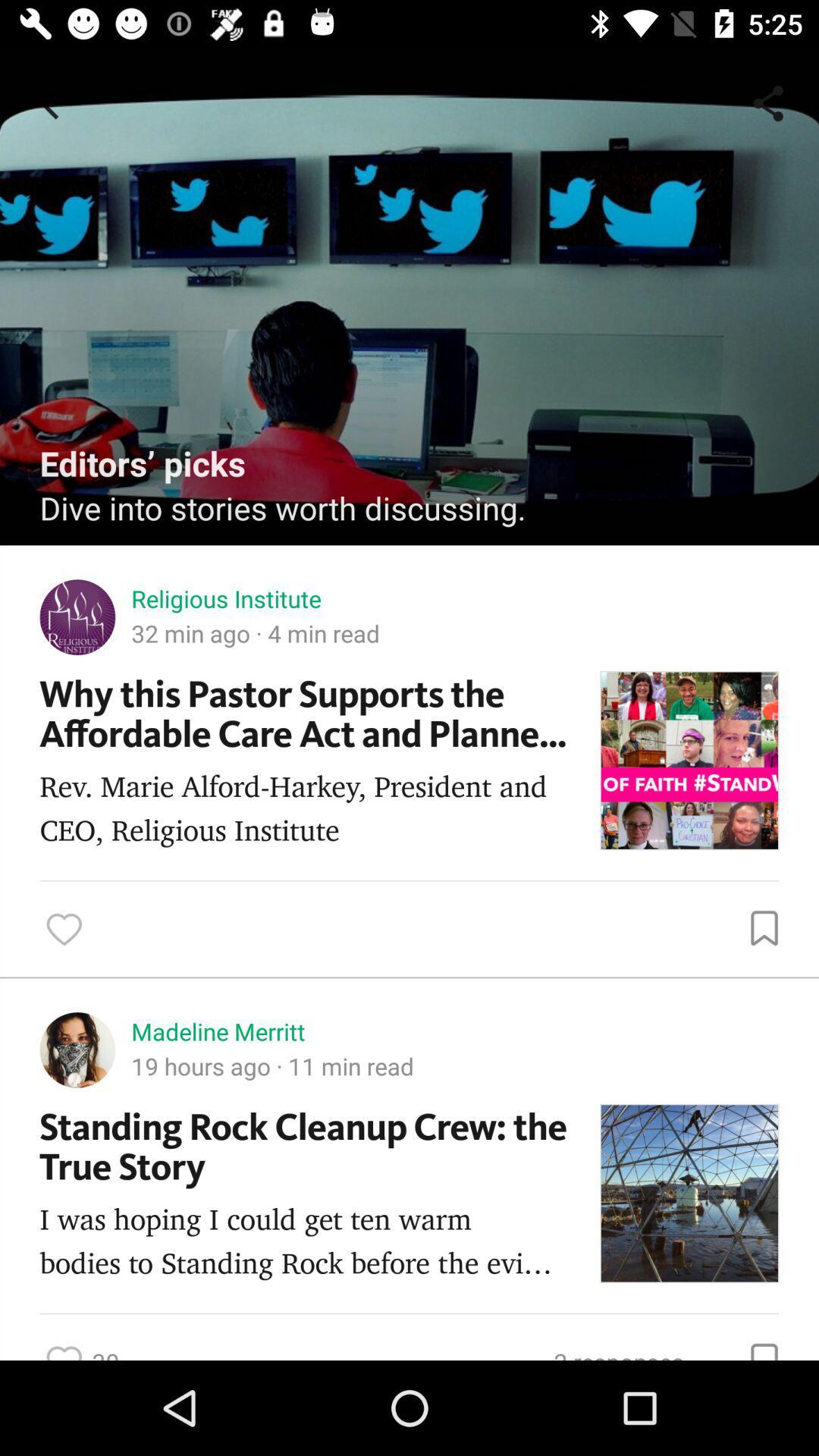 The height and width of the screenshot is (1456, 819). I want to click on item at the top right corner, so click(771, 102).